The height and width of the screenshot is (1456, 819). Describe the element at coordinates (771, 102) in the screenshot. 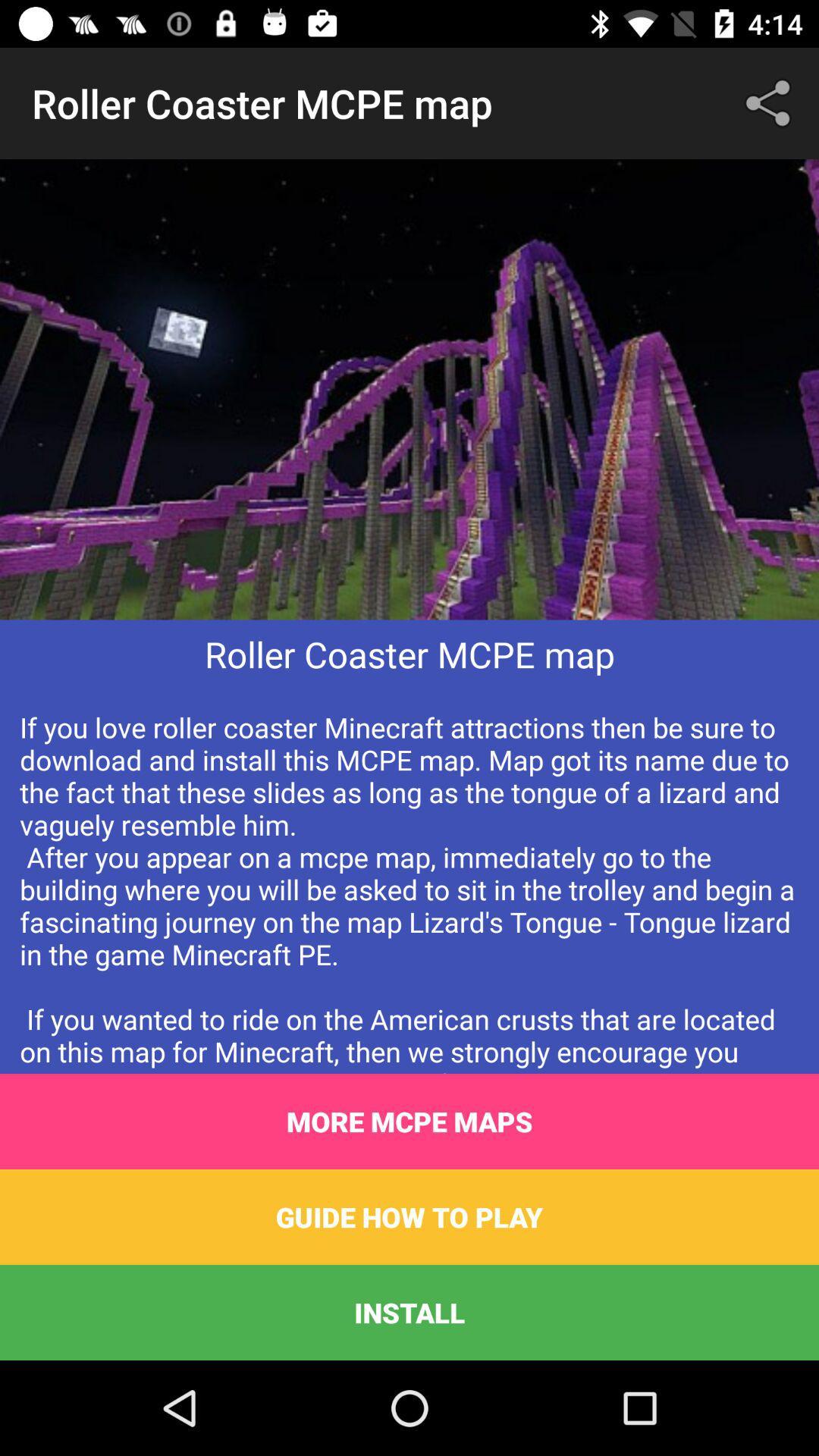

I see `icon at the top right corner` at that location.